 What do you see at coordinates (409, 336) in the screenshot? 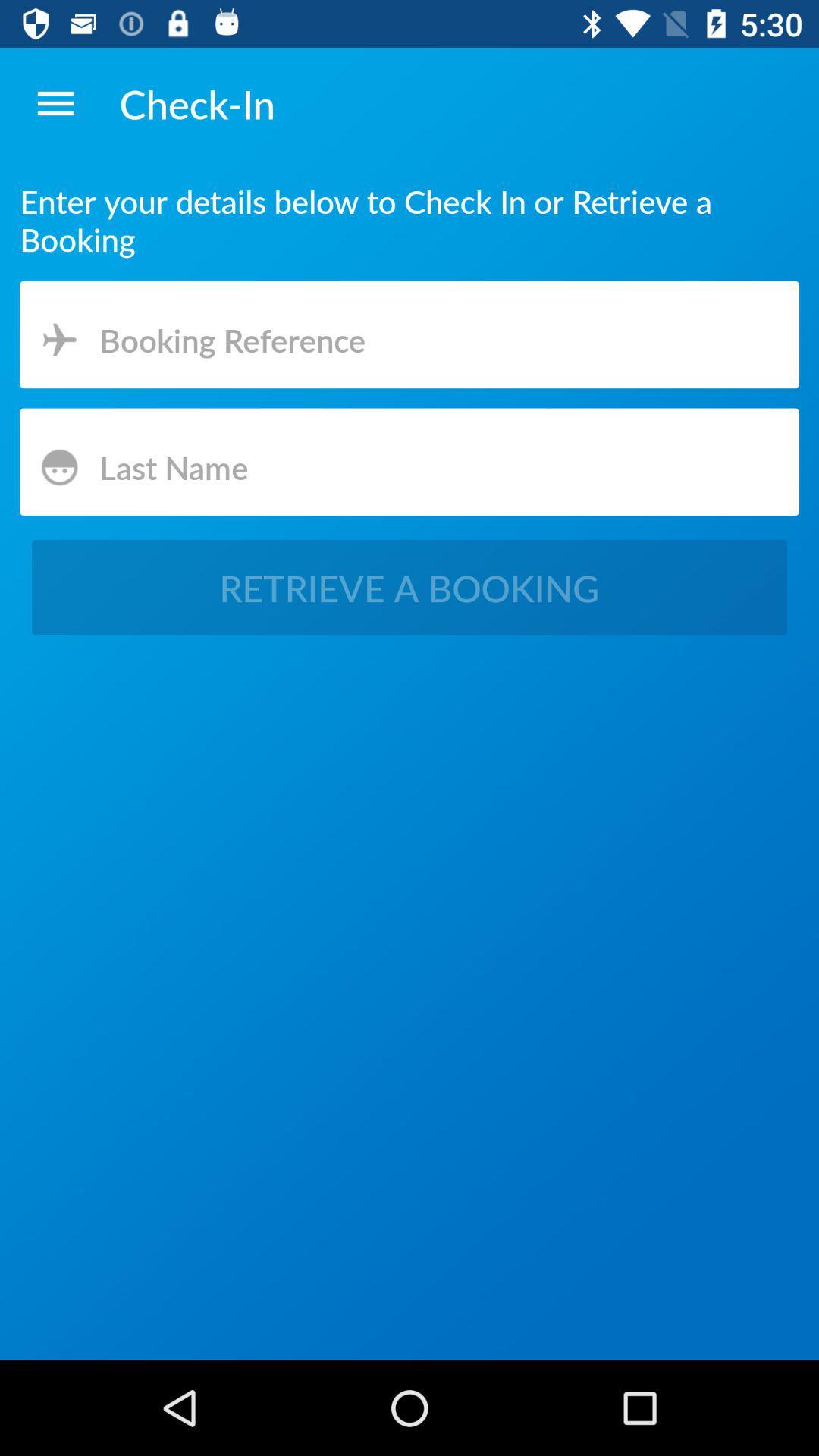
I see `booking reference` at bounding box center [409, 336].